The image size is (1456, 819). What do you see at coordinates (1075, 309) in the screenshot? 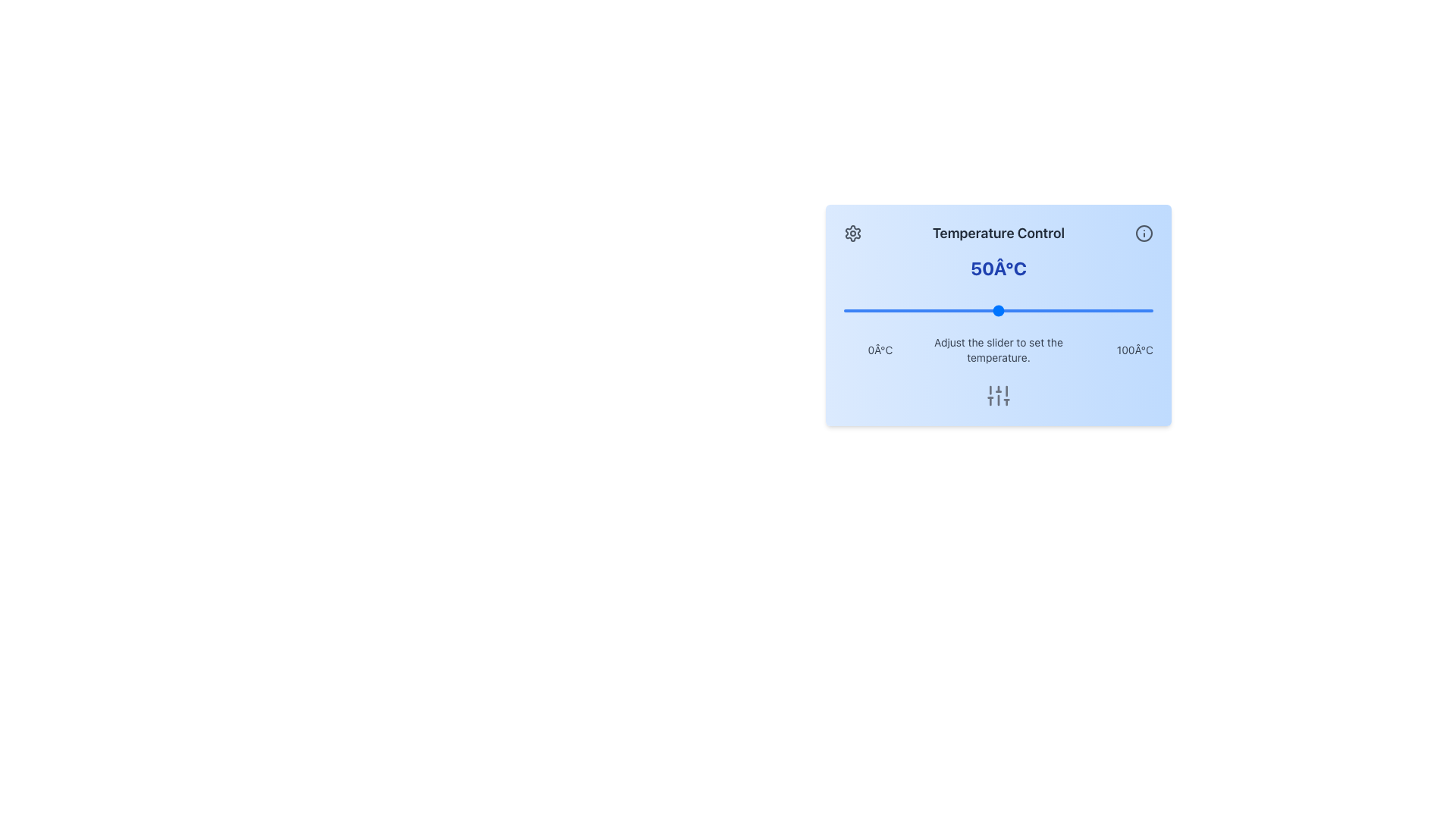
I see `the temperature` at bounding box center [1075, 309].